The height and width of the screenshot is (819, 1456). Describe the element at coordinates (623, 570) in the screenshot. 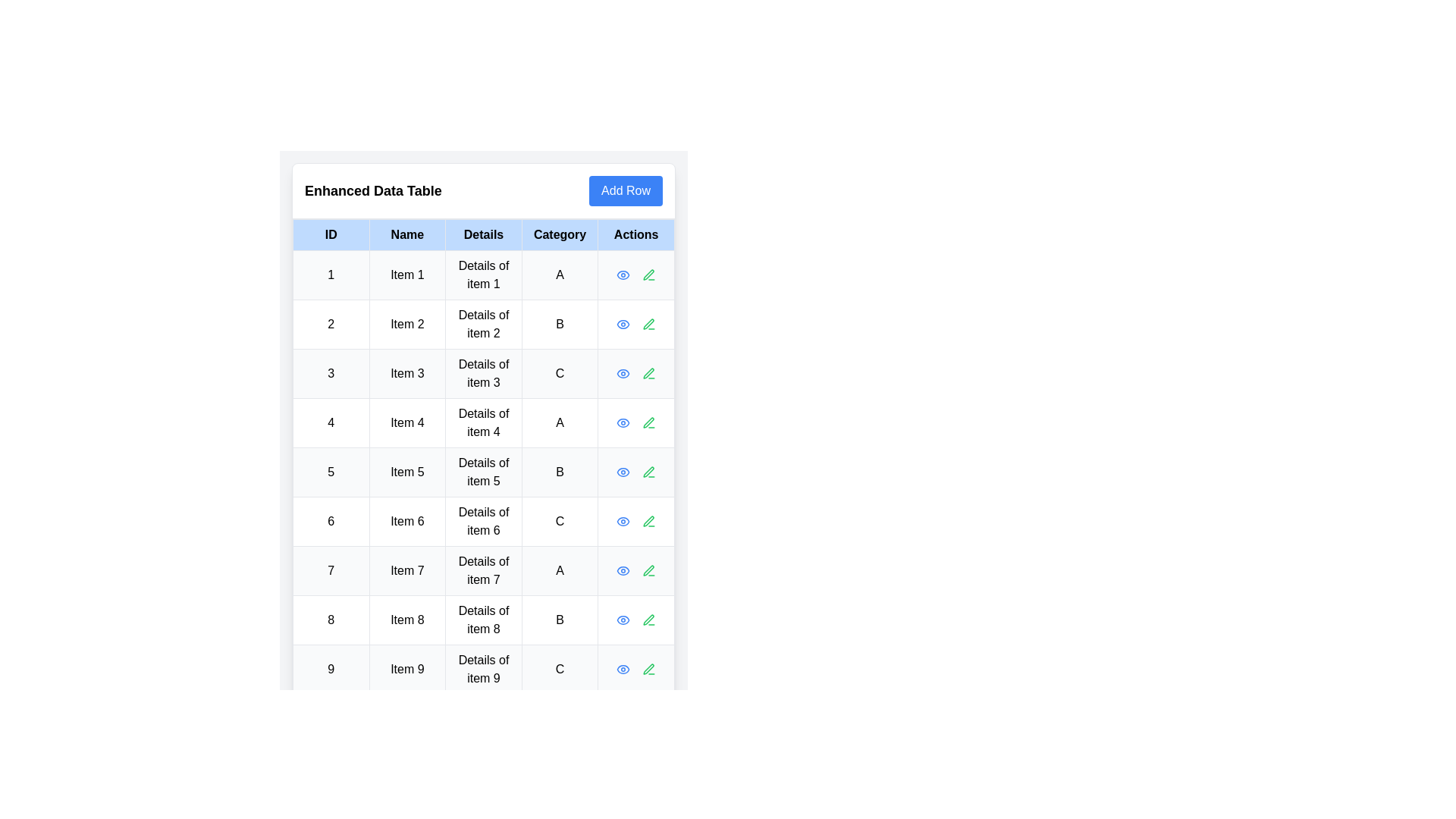

I see `the button` at that location.